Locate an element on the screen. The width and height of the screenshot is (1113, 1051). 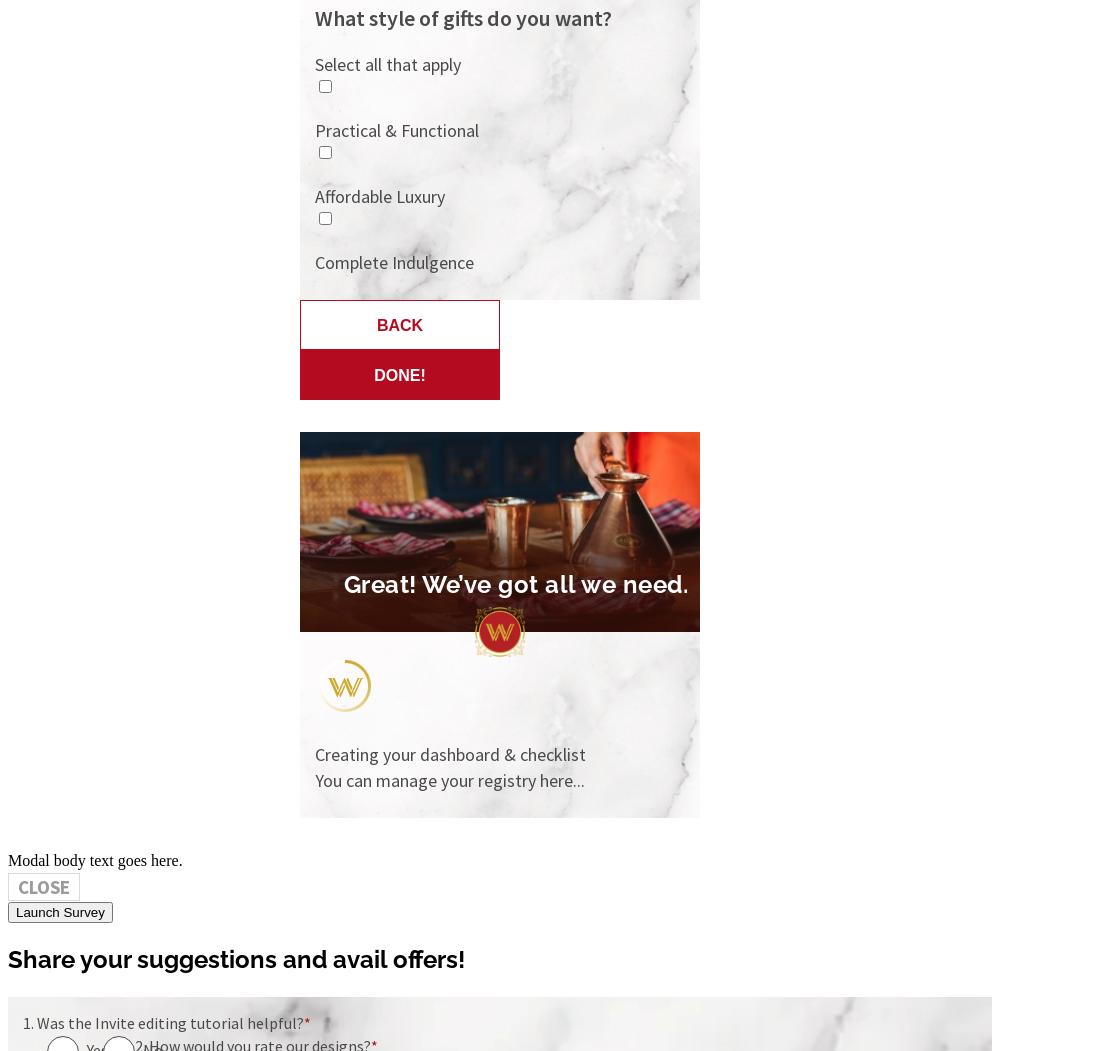
'Select all that apply' is located at coordinates (387, 63).